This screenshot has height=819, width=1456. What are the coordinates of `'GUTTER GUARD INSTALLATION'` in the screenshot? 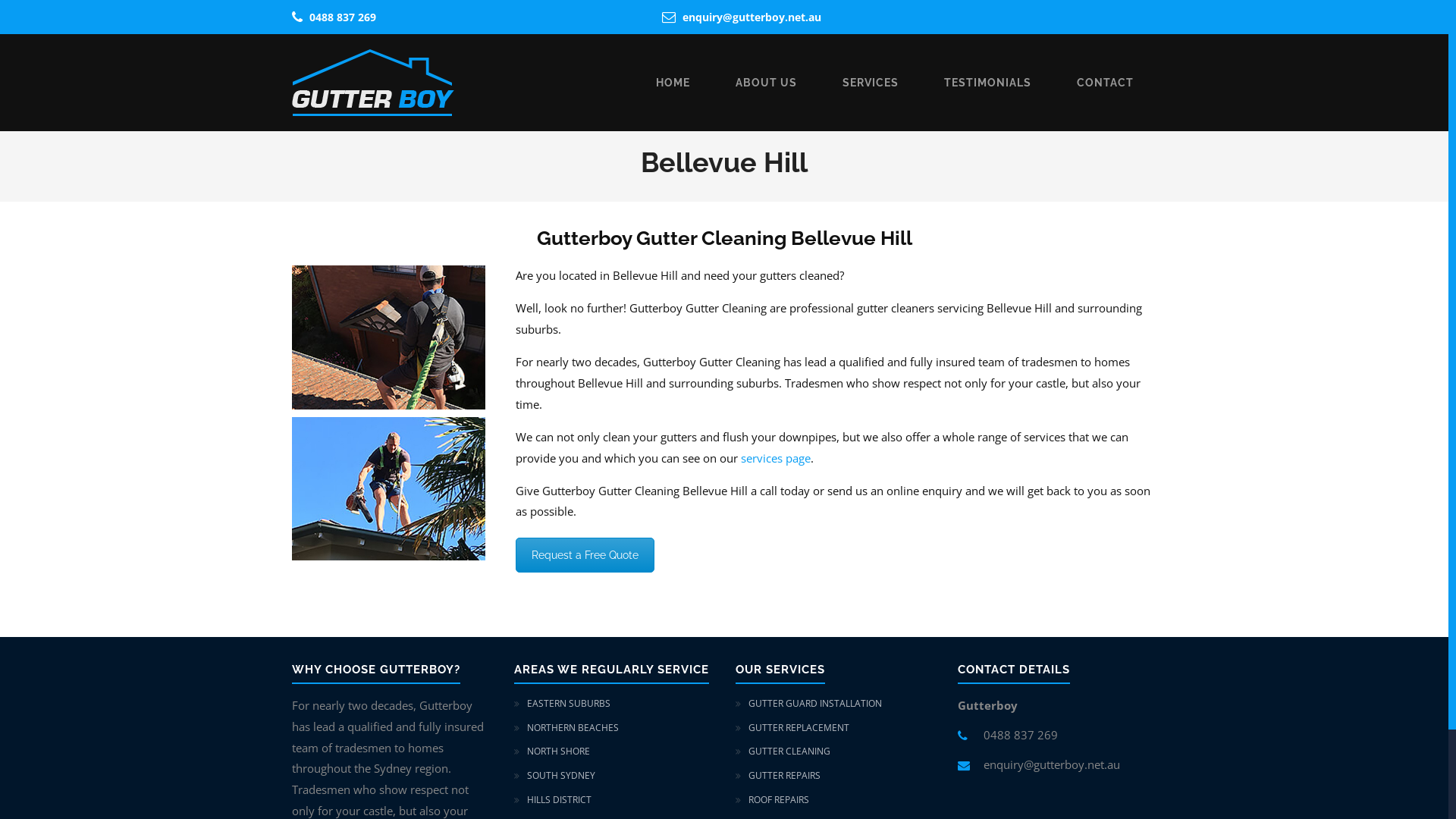 It's located at (814, 703).